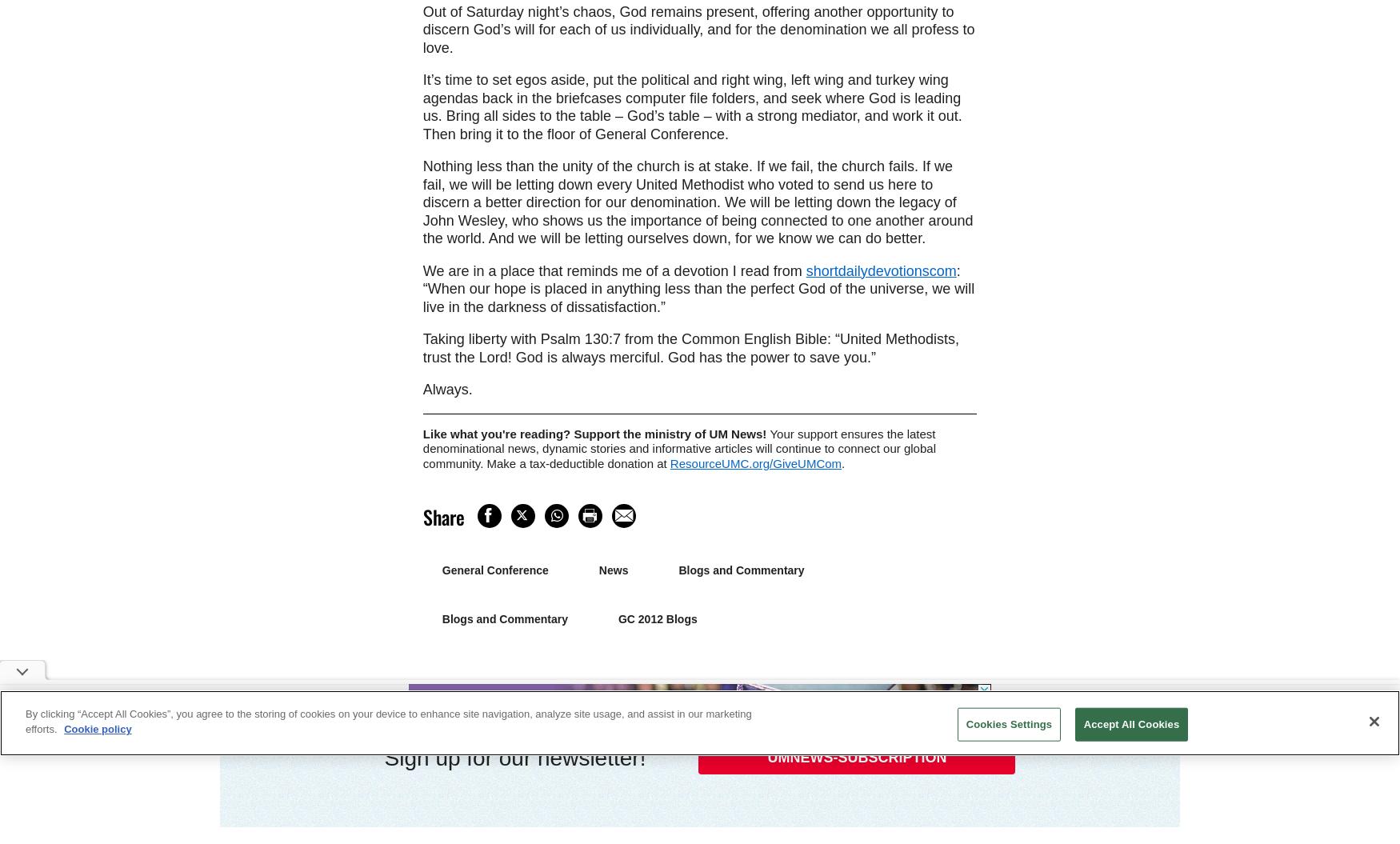 The height and width of the screenshot is (844, 1400). I want to click on 'It’s time to set egos aside, put the political and right wing, left wing and turkey wing agendas back in the briefcases computer file folders, and seek where God is leading us. Bring all sides to the table – God’s table – with a strong mediator, and work it out. Then bring it to the floor of General Conference.', so click(692, 106).